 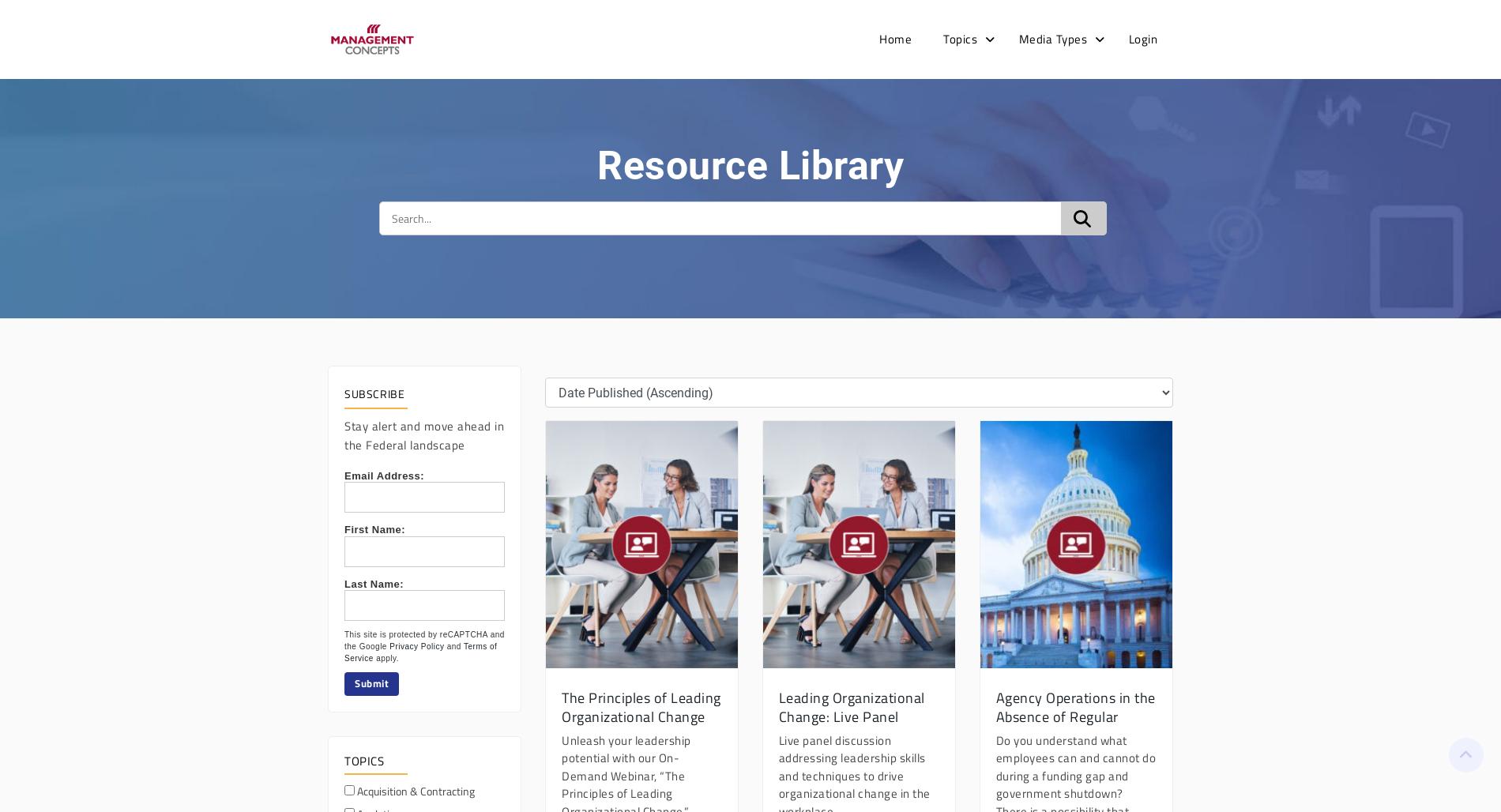 I want to click on 'Media Types', so click(x=1017, y=39).